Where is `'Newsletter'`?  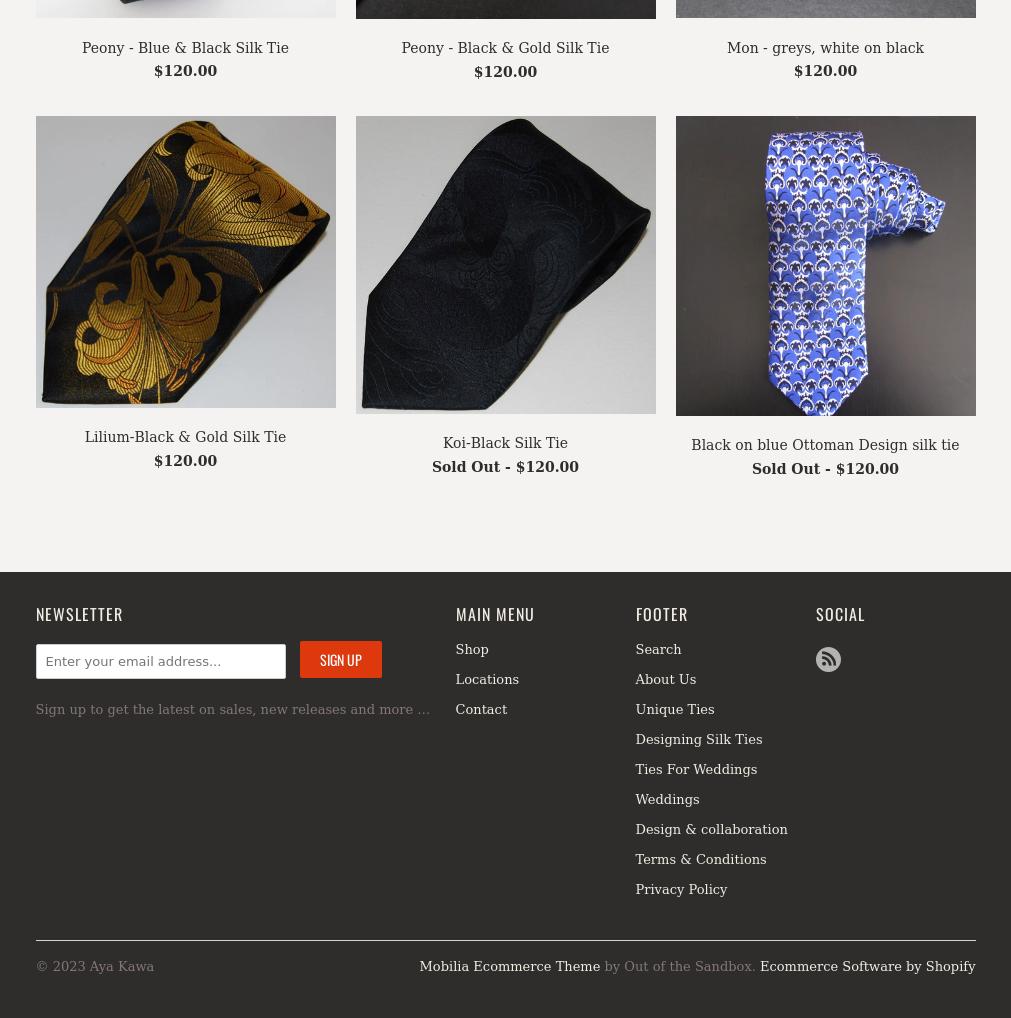
'Newsletter' is located at coordinates (77, 612).